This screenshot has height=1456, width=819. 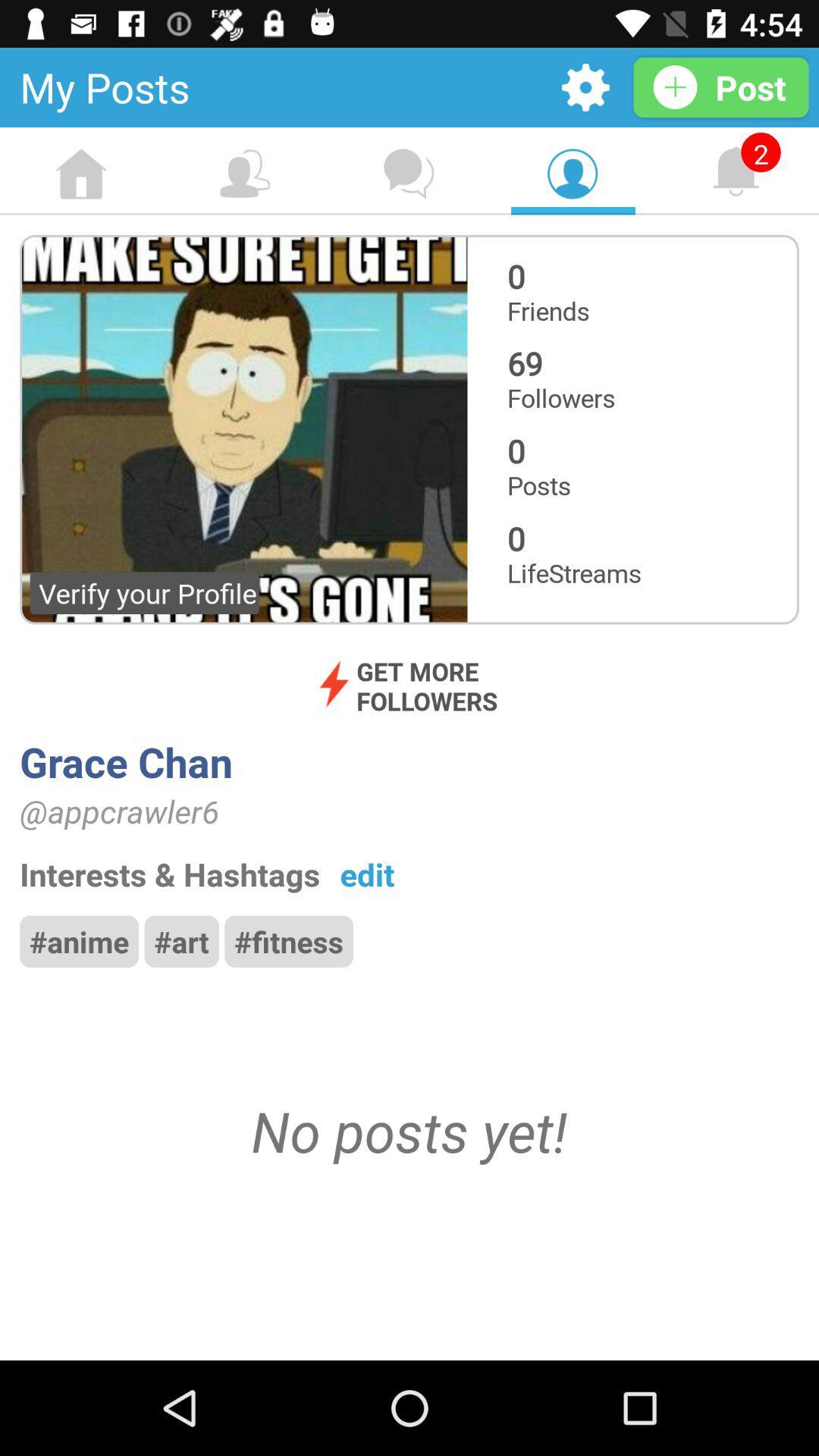 I want to click on icon above the no posts yet!, so click(x=79, y=940).